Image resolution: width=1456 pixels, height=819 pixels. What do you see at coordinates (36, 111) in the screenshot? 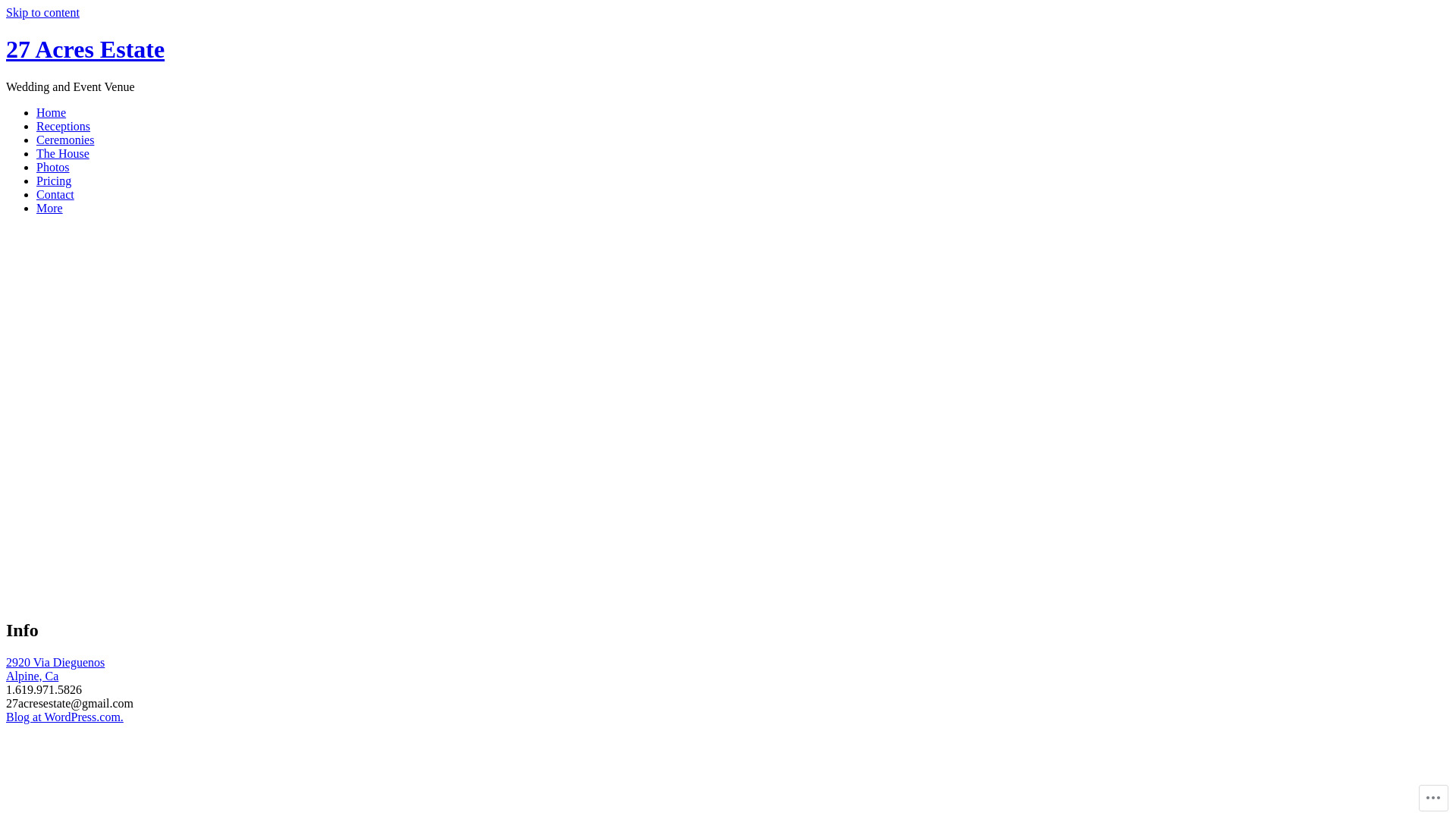
I see `'Home'` at bounding box center [36, 111].